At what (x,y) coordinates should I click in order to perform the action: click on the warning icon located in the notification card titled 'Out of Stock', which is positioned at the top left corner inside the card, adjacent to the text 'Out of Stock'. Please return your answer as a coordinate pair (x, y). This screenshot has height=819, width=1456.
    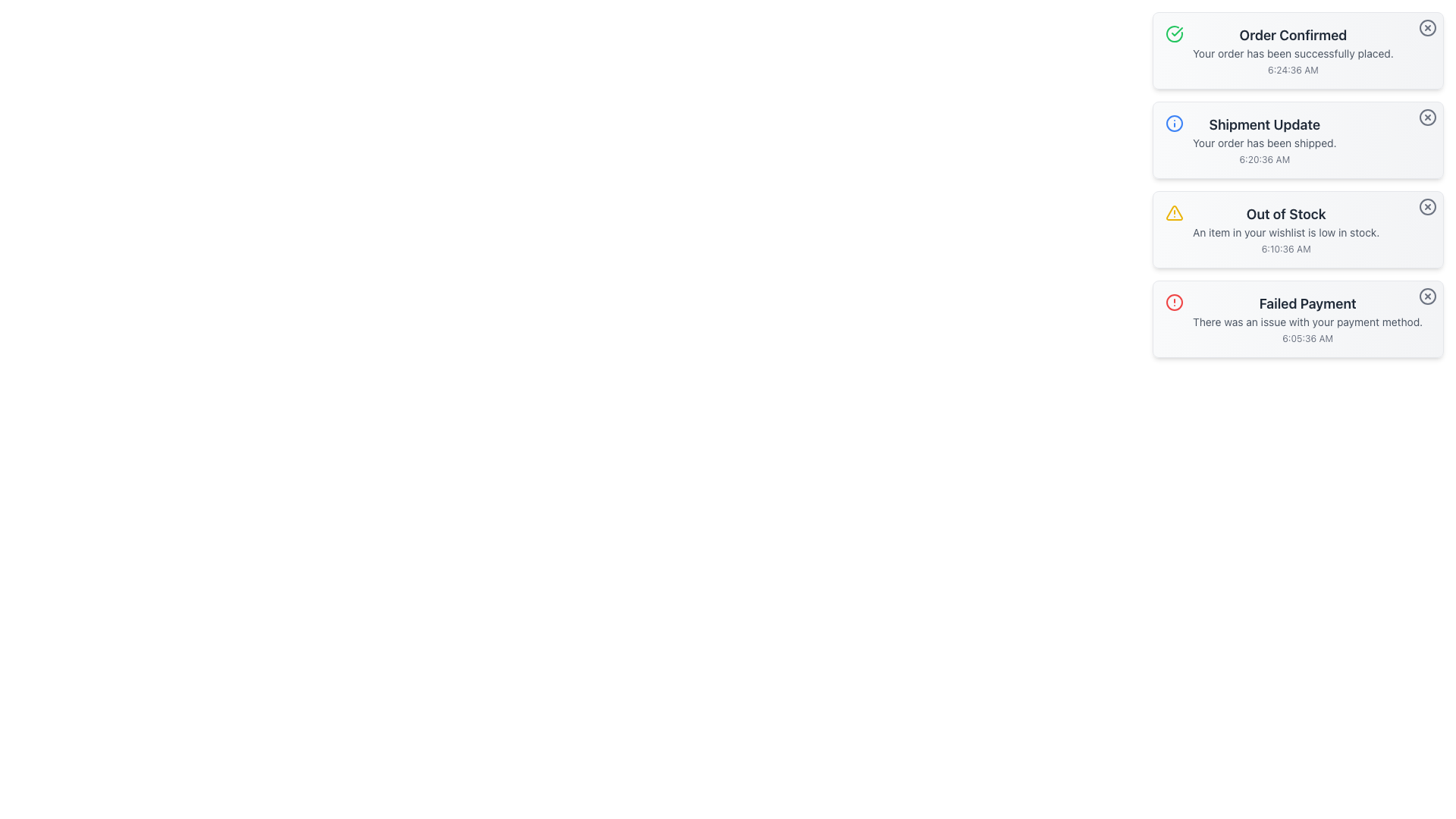
    Looking at the image, I should click on (1174, 213).